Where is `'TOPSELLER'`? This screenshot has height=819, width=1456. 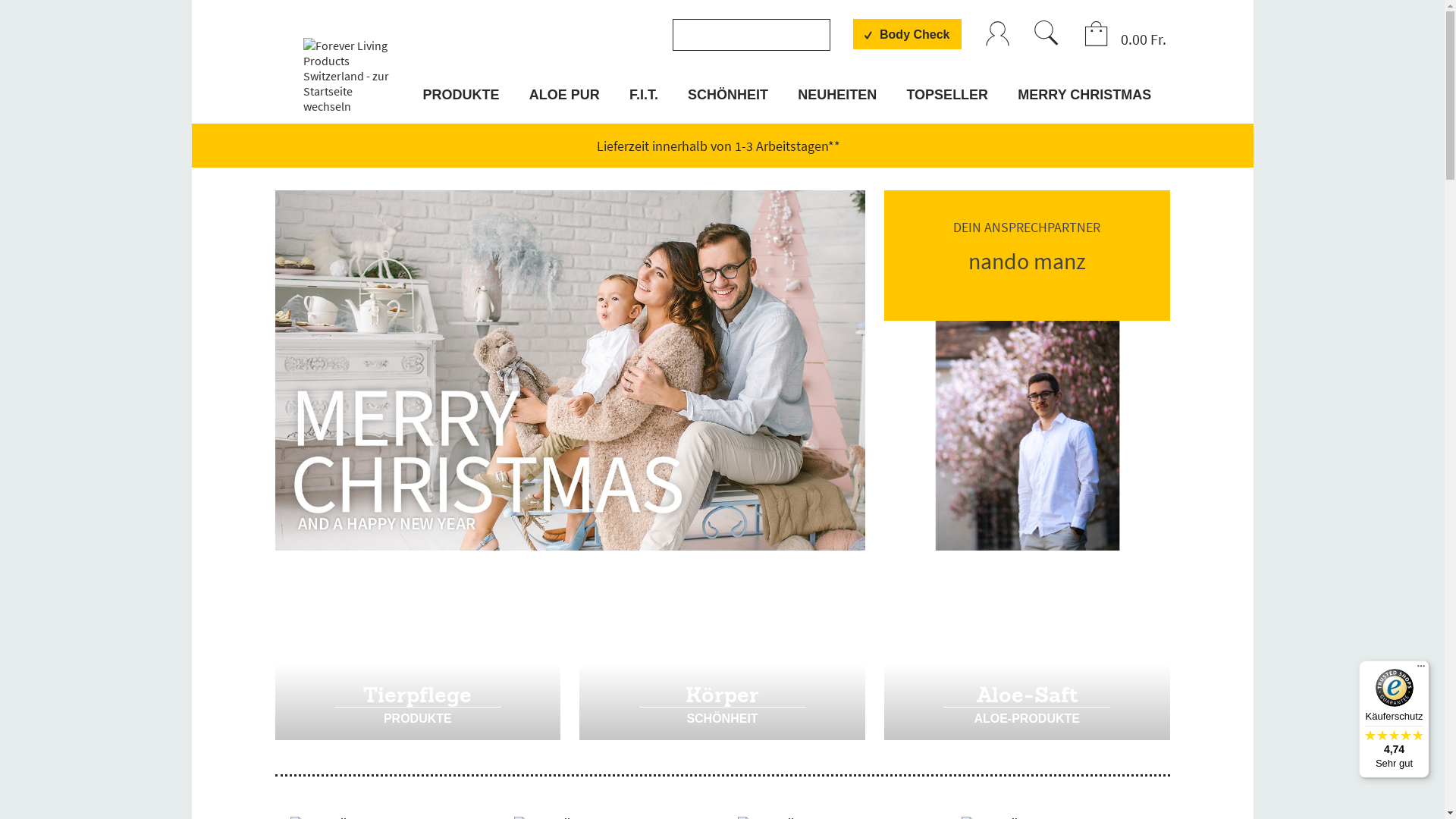
'TOPSELLER' is located at coordinates (902, 103).